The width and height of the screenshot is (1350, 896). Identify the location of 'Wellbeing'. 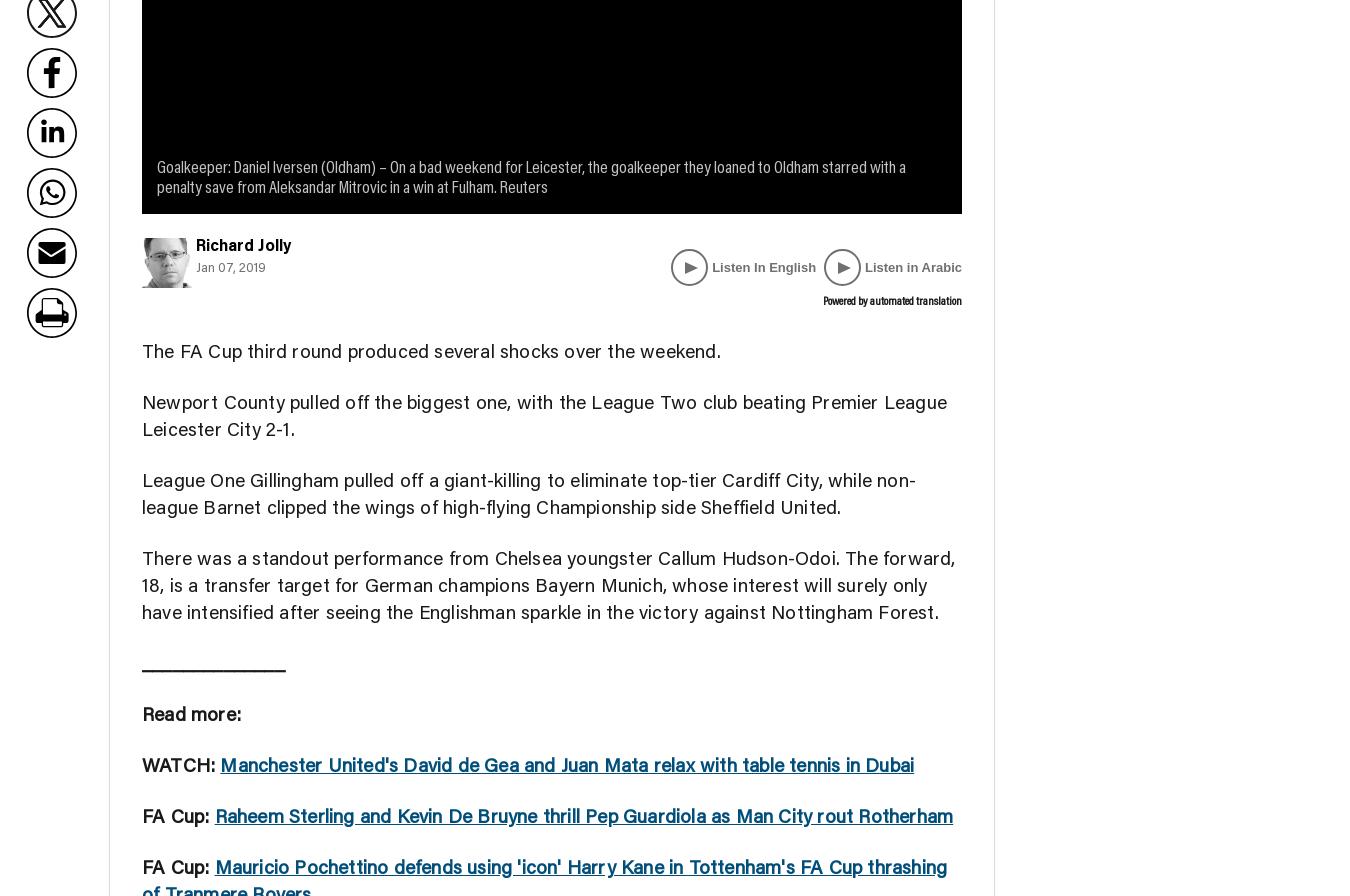
(835, 36).